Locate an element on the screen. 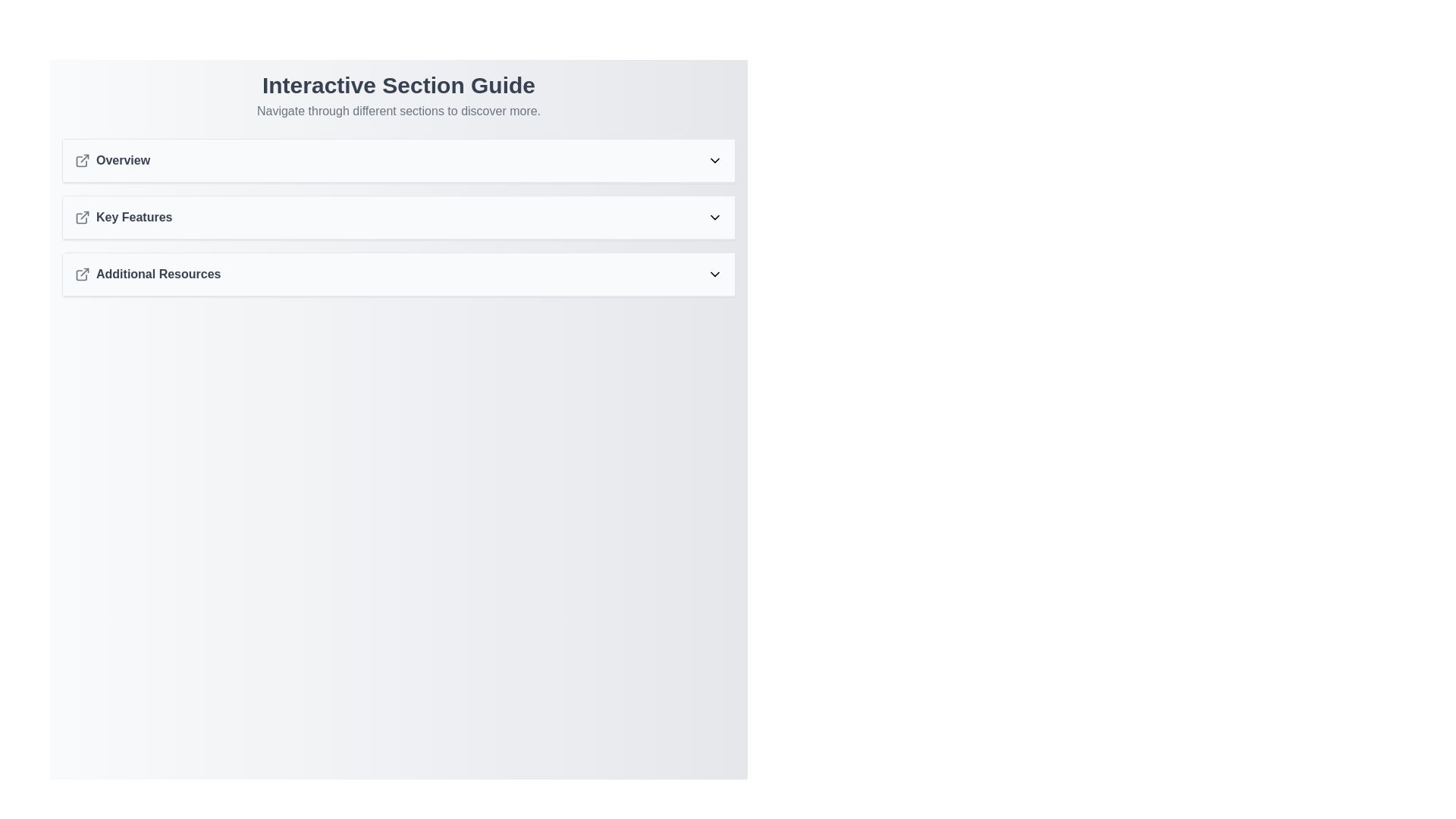 This screenshot has width=1456, height=819. the dropdown toggle indicator icon, which is a chevron-shaped icon pointing downwards, located in the 'Key Features' section is located at coordinates (714, 217).